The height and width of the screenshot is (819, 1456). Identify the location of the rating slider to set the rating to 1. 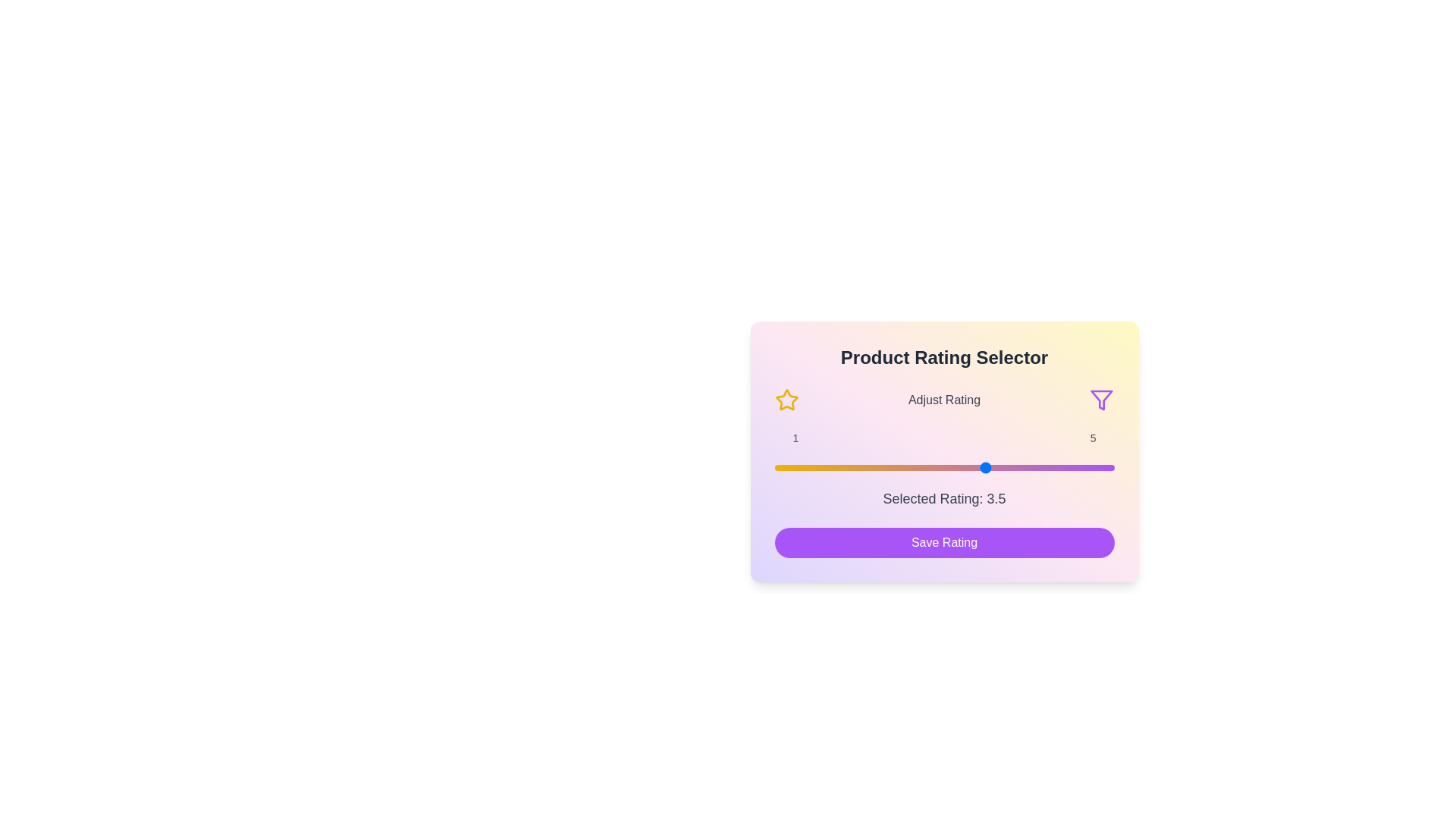
(774, 467).